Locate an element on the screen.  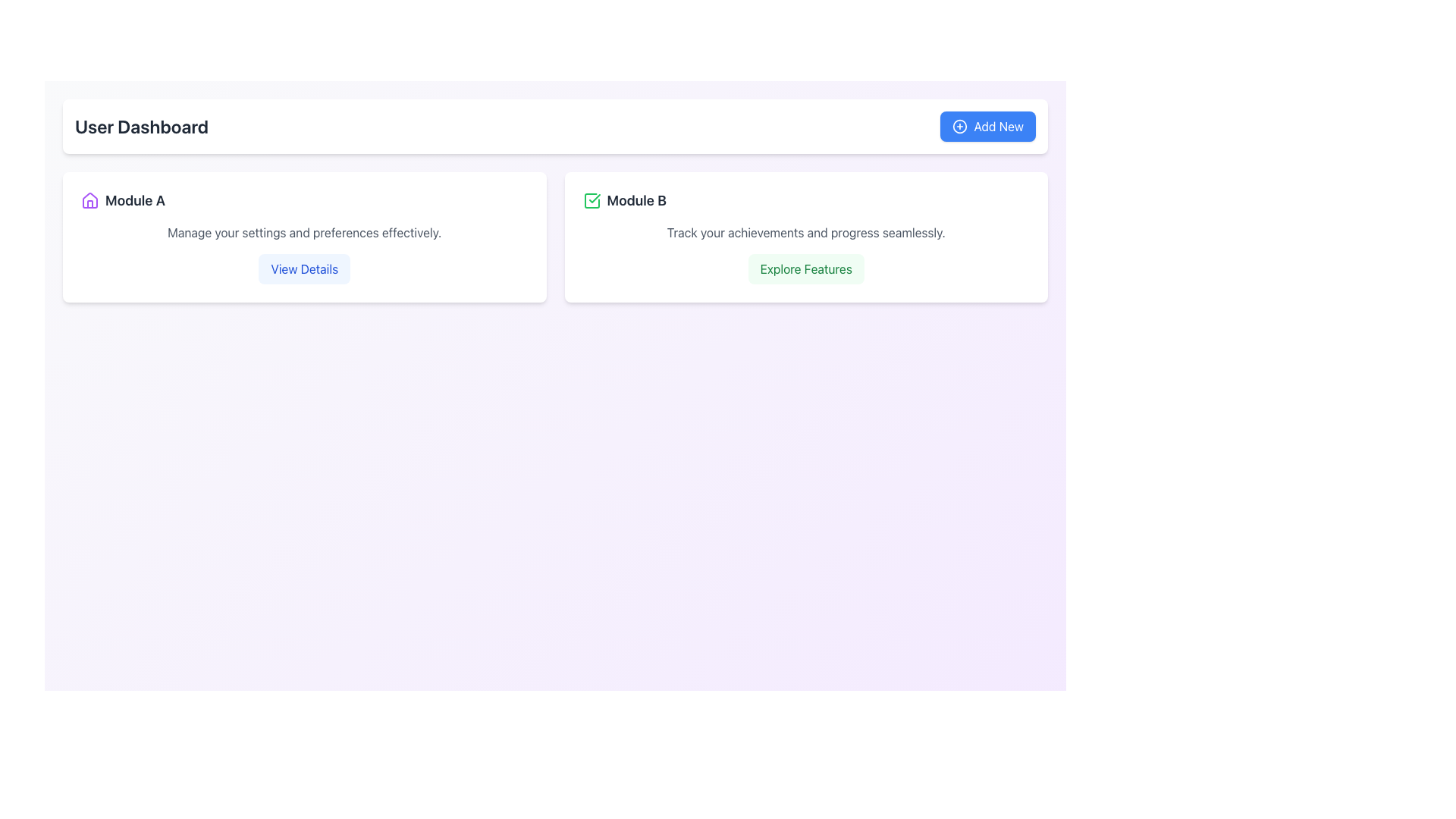
the 'Module B' text label which is bold, dark gray, and located beside a green check icon is located at coordinates (636, 200).